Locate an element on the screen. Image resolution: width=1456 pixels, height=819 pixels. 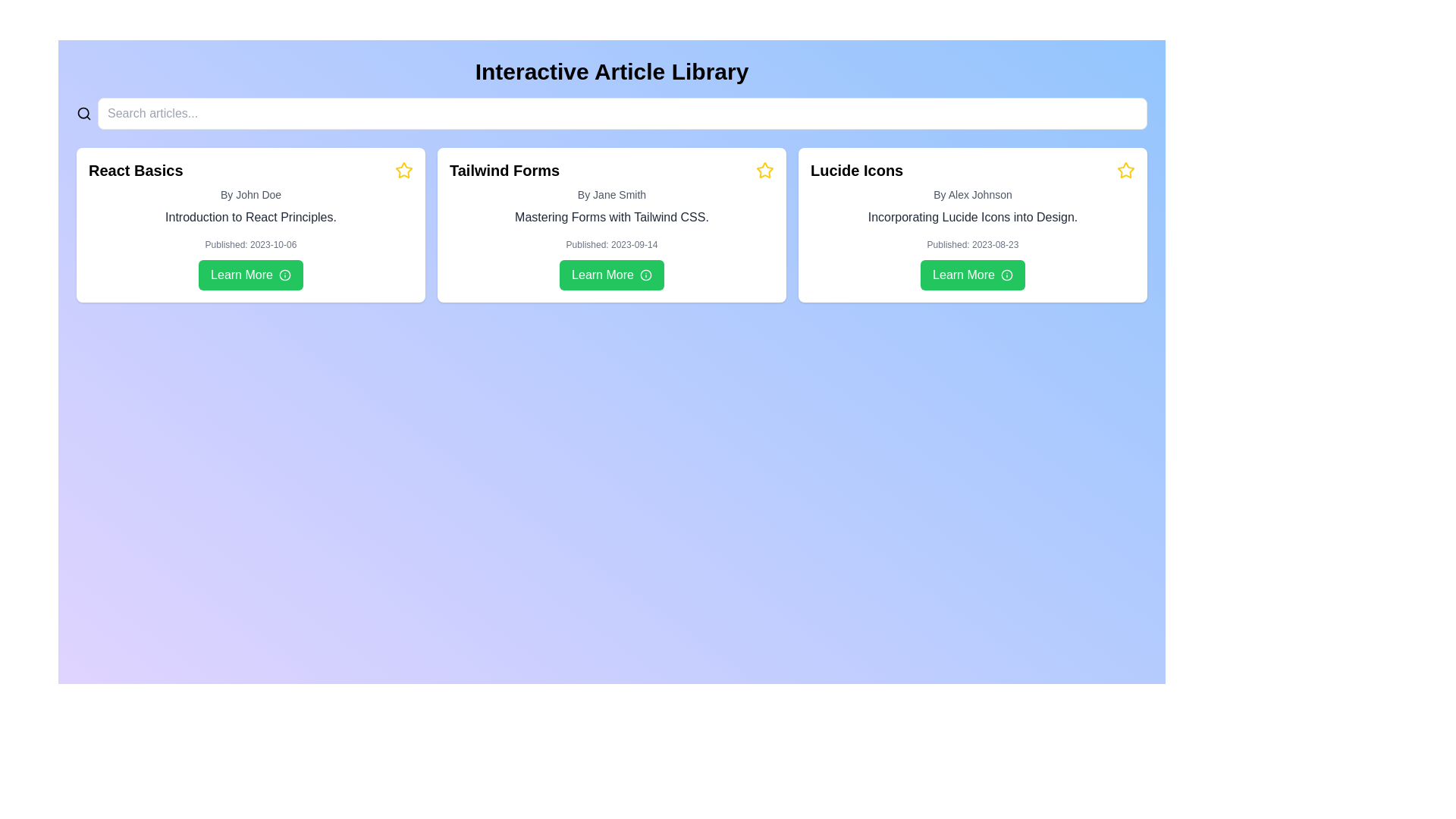
the 'Learn More' button, which is a rectangular button with a white font on a green background and an information icon, located at the bottom center of the middle content card is located at coordinates (611, 275).